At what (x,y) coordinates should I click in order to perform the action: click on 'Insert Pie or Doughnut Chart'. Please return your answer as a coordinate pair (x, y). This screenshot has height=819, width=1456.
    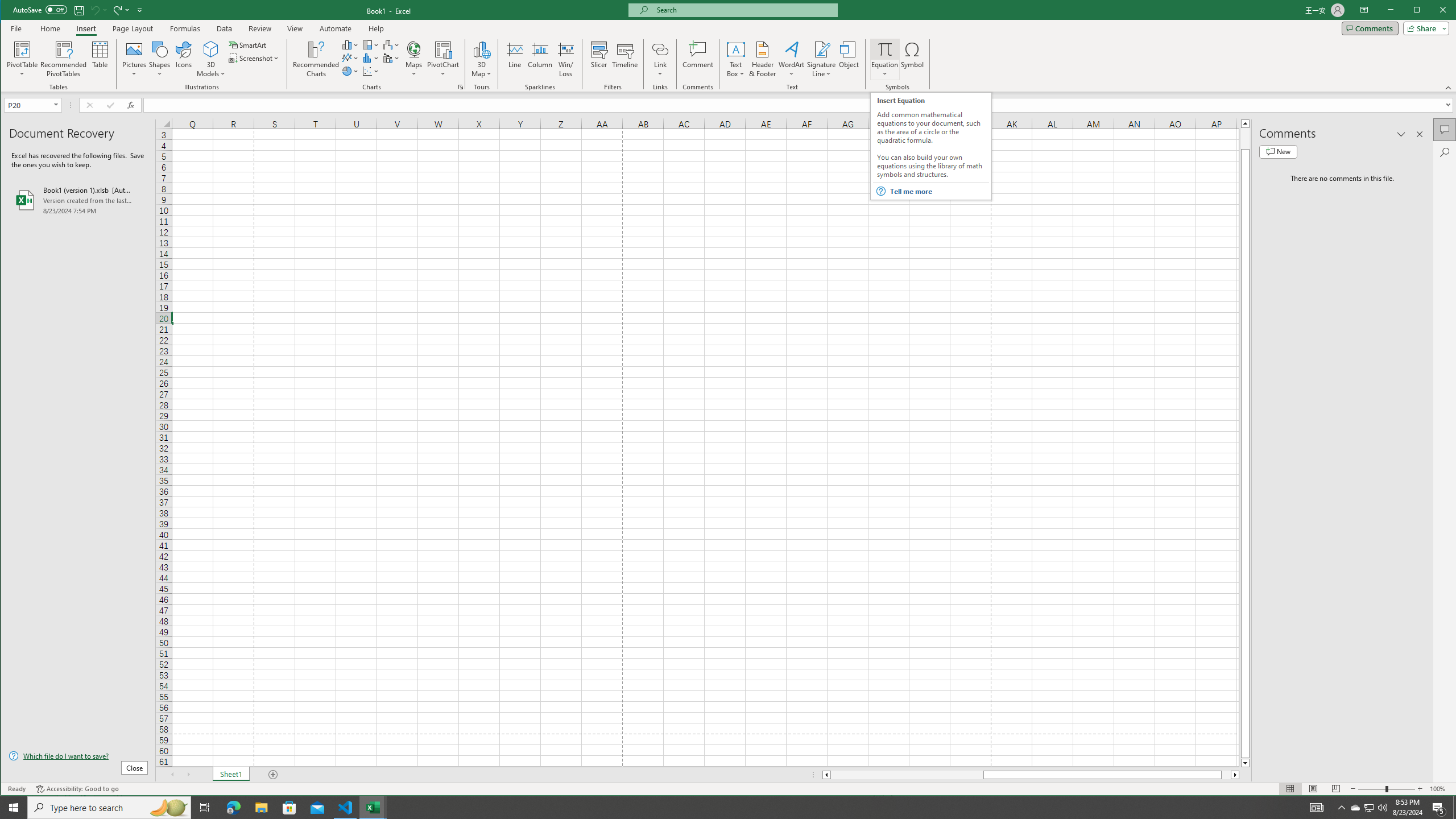
    Looking at the image, I should click on (350, 71).